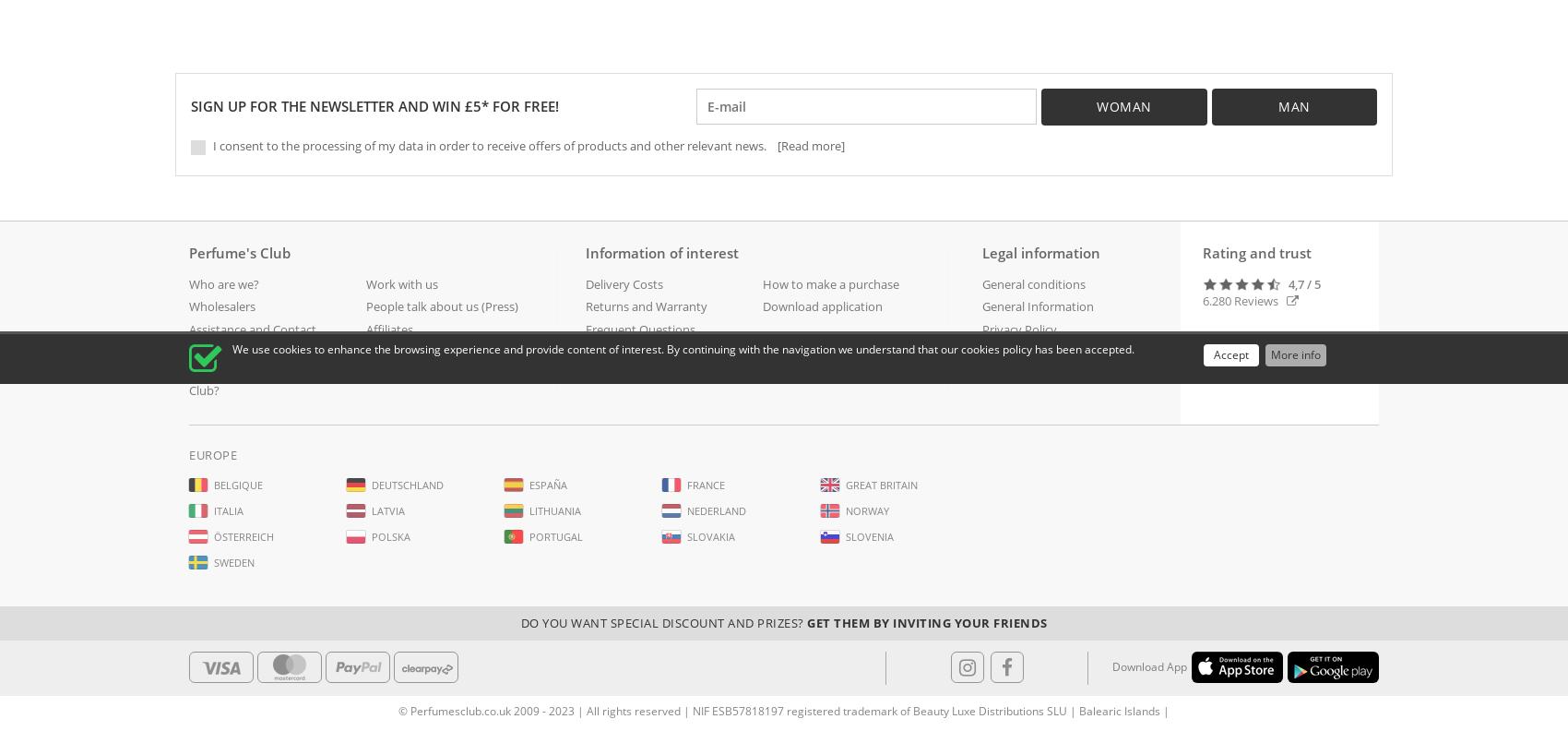 The width and height of the screenshot is (1568, 731). Describe the element at coordinates (1148, 665) in the screenshot. I see `'Download App'` at that location.